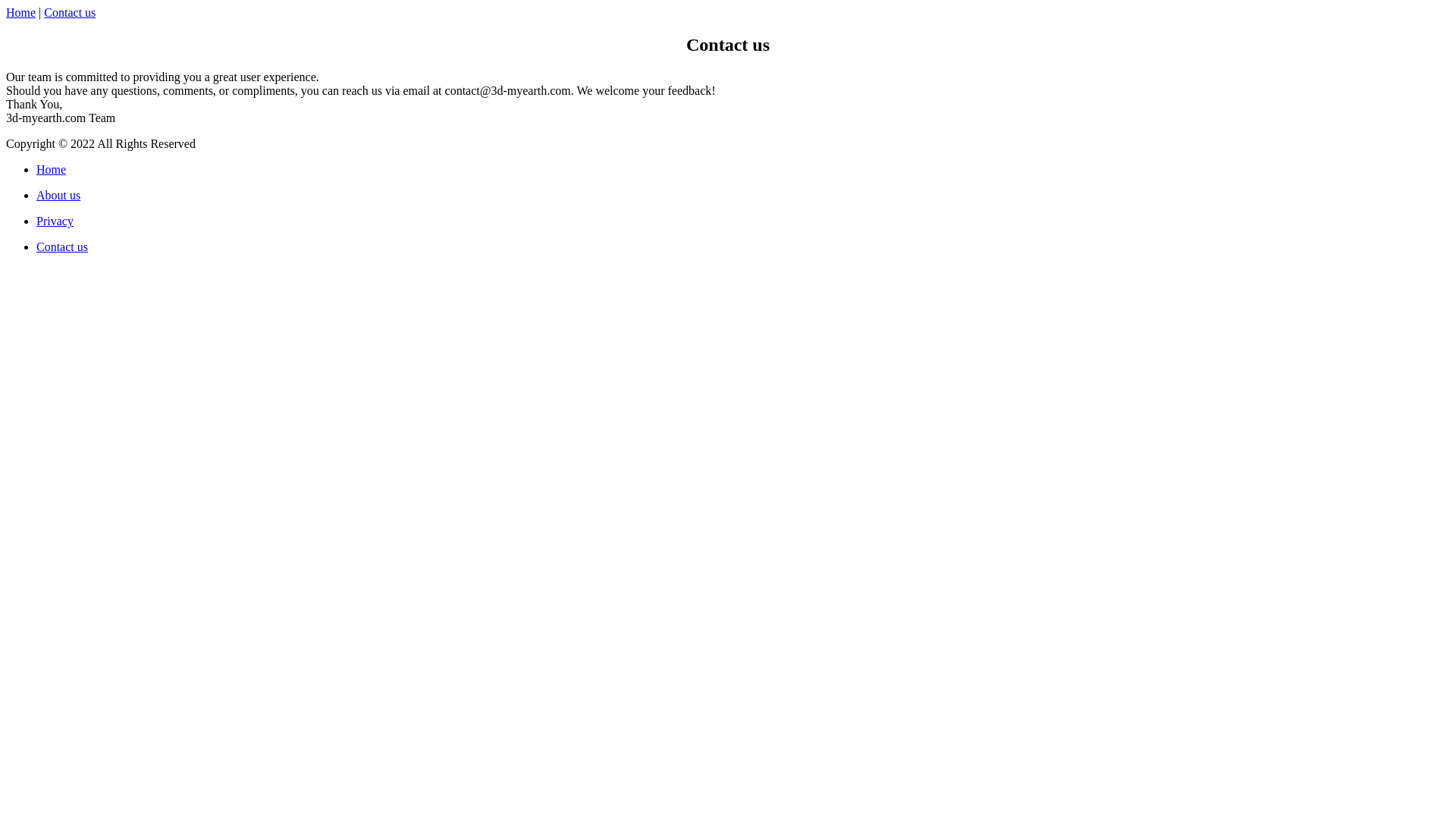 Image resolution: width=1456 pixels, height=819 pixels. I want to click on 'Home', so click(20, 12).